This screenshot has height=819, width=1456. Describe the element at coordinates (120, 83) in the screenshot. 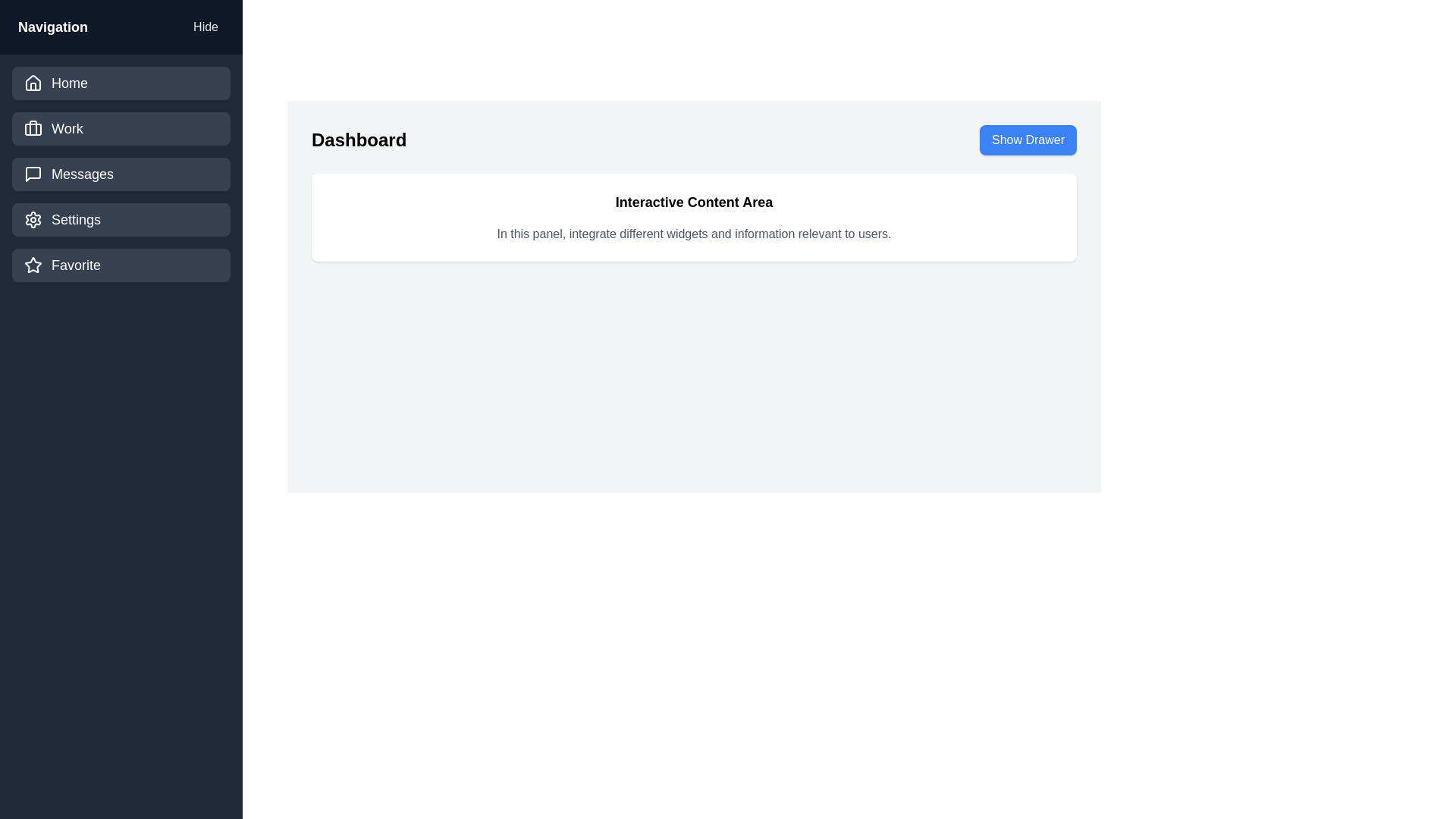

I see `the navigation item labeled Home` at that location.